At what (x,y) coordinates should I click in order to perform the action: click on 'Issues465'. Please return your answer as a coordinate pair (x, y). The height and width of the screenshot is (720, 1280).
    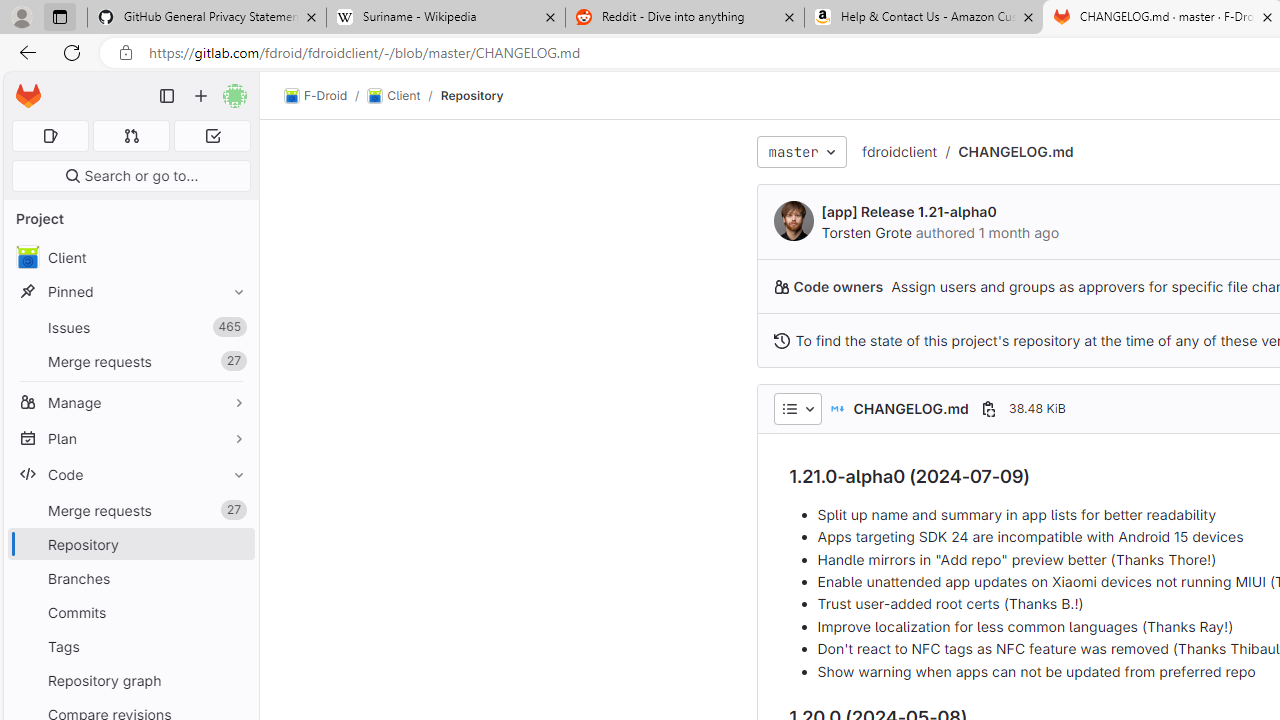
    Looking at the image, I should click on (130, 326).